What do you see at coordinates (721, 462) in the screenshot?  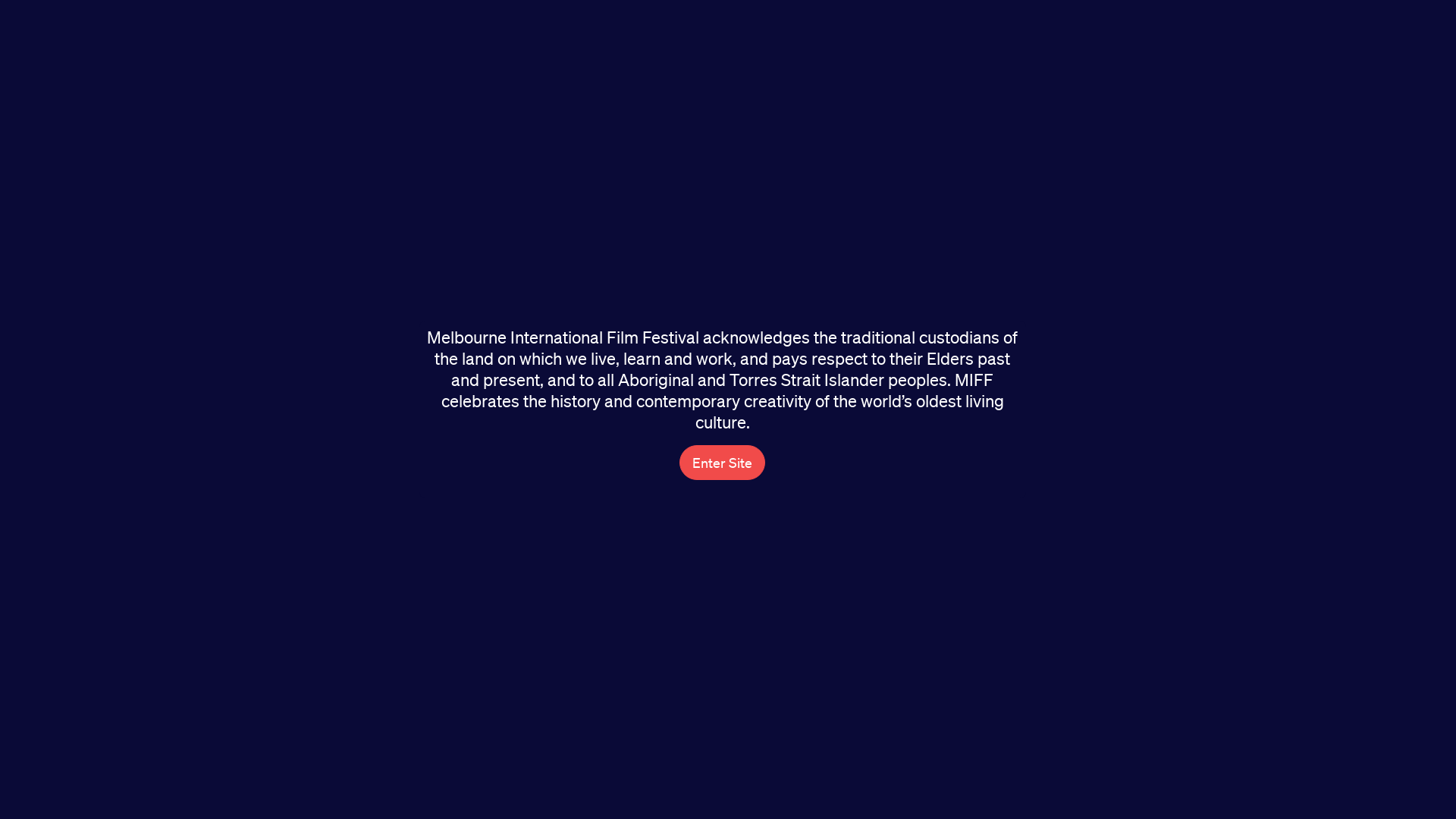 I see `'Enter Site'` at bounding box center [721, 462].